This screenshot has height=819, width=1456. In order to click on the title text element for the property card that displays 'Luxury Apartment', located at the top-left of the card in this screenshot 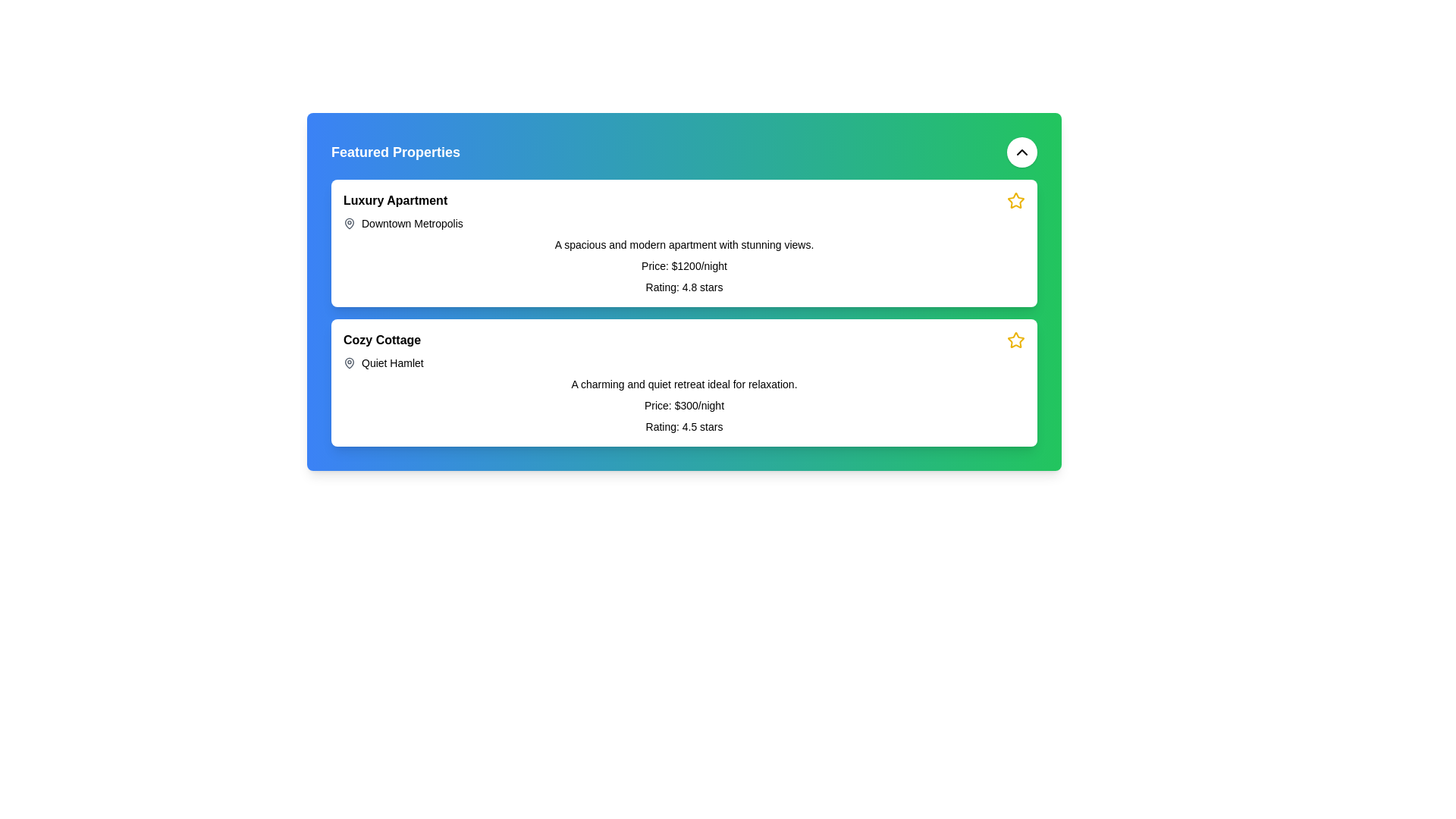, I will do `click(395, 200)`.